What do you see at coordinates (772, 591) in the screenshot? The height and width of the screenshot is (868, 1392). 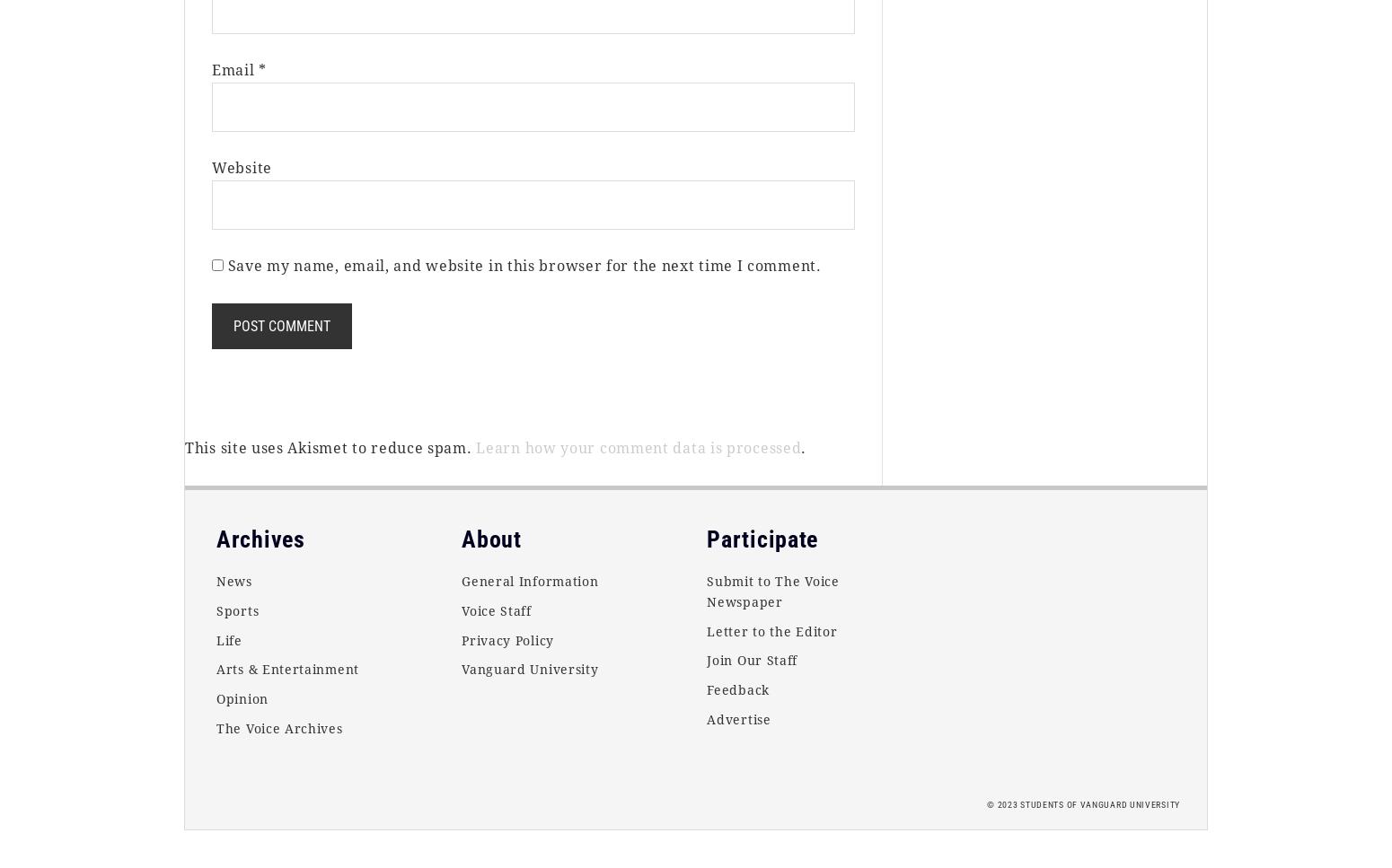 I see `'Submit to The Voice Newspaper'` at bounding box center [772, 591].